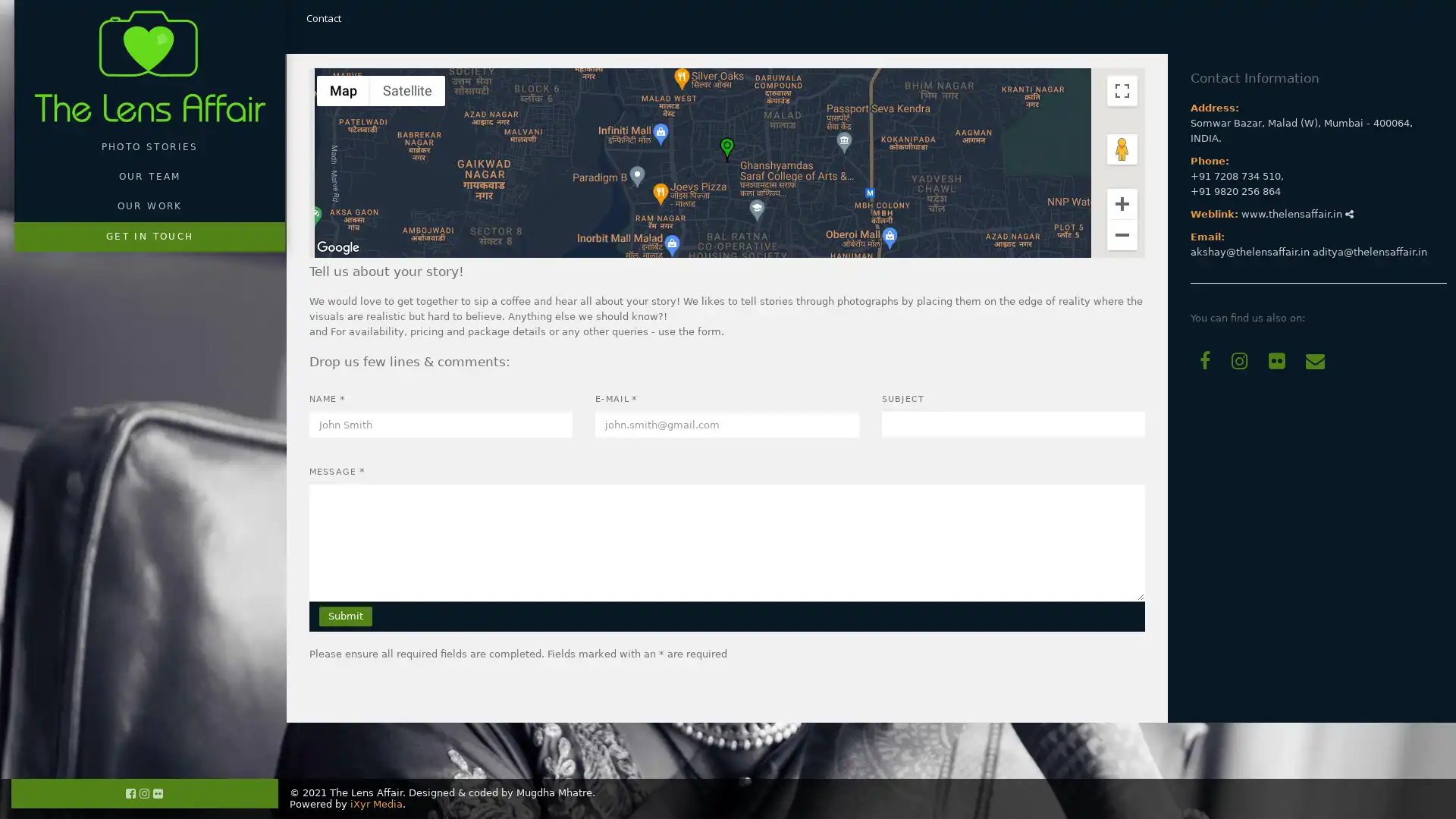 The image size is (1456, 819). I want to click on Zoom in, so click(1122, 202).